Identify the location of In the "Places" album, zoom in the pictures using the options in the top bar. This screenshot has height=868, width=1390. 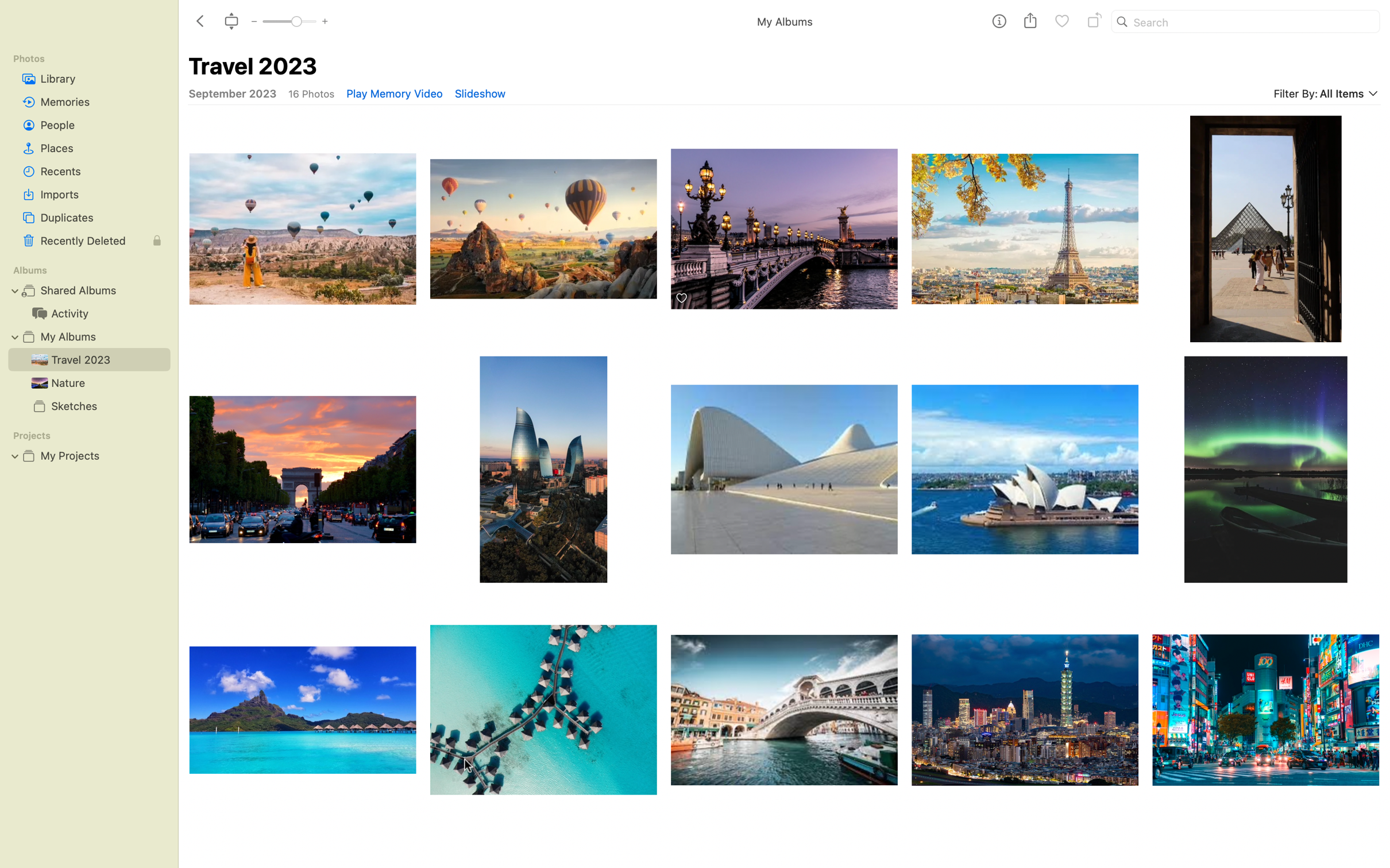
(88, 148).